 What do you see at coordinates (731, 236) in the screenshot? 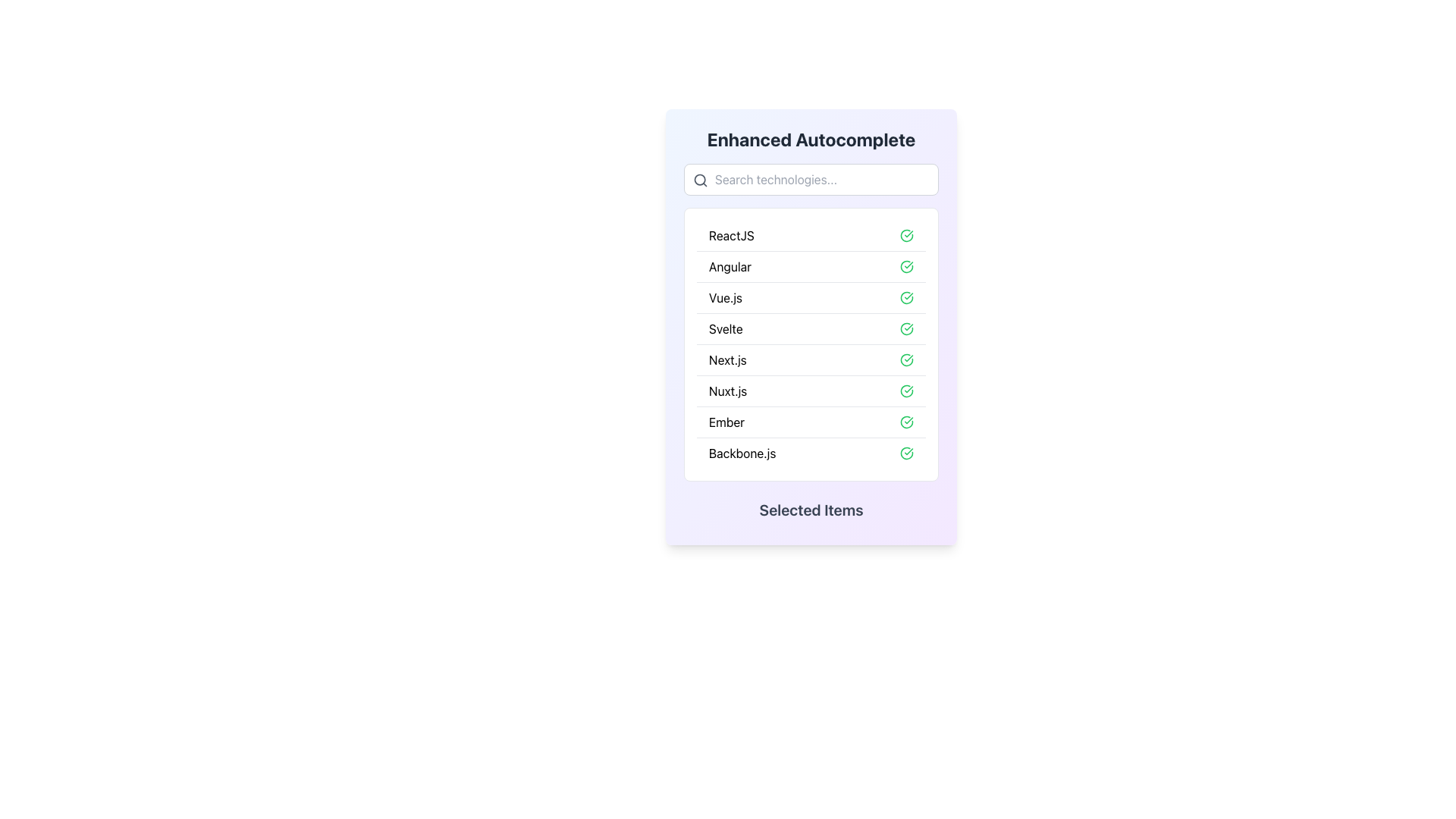
I see `the selectable list item label for 'ReactJS'` at bounding box center [731, 236].